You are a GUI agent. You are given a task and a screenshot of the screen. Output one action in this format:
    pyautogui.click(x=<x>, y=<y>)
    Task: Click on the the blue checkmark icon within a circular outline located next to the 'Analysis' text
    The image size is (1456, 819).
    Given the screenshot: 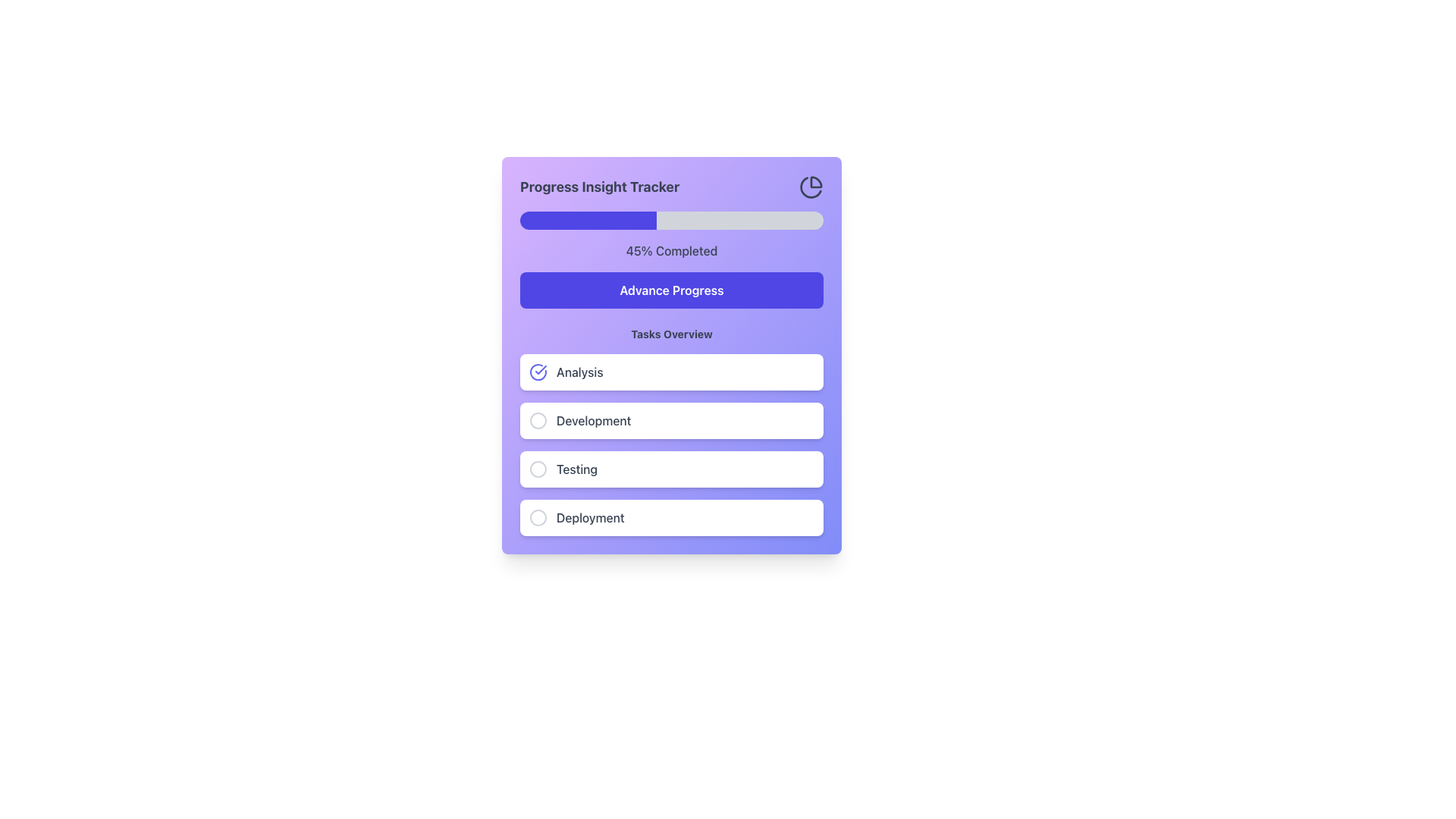 What is the action you would take?
    pyautogui.click(x=538, y=372)
    